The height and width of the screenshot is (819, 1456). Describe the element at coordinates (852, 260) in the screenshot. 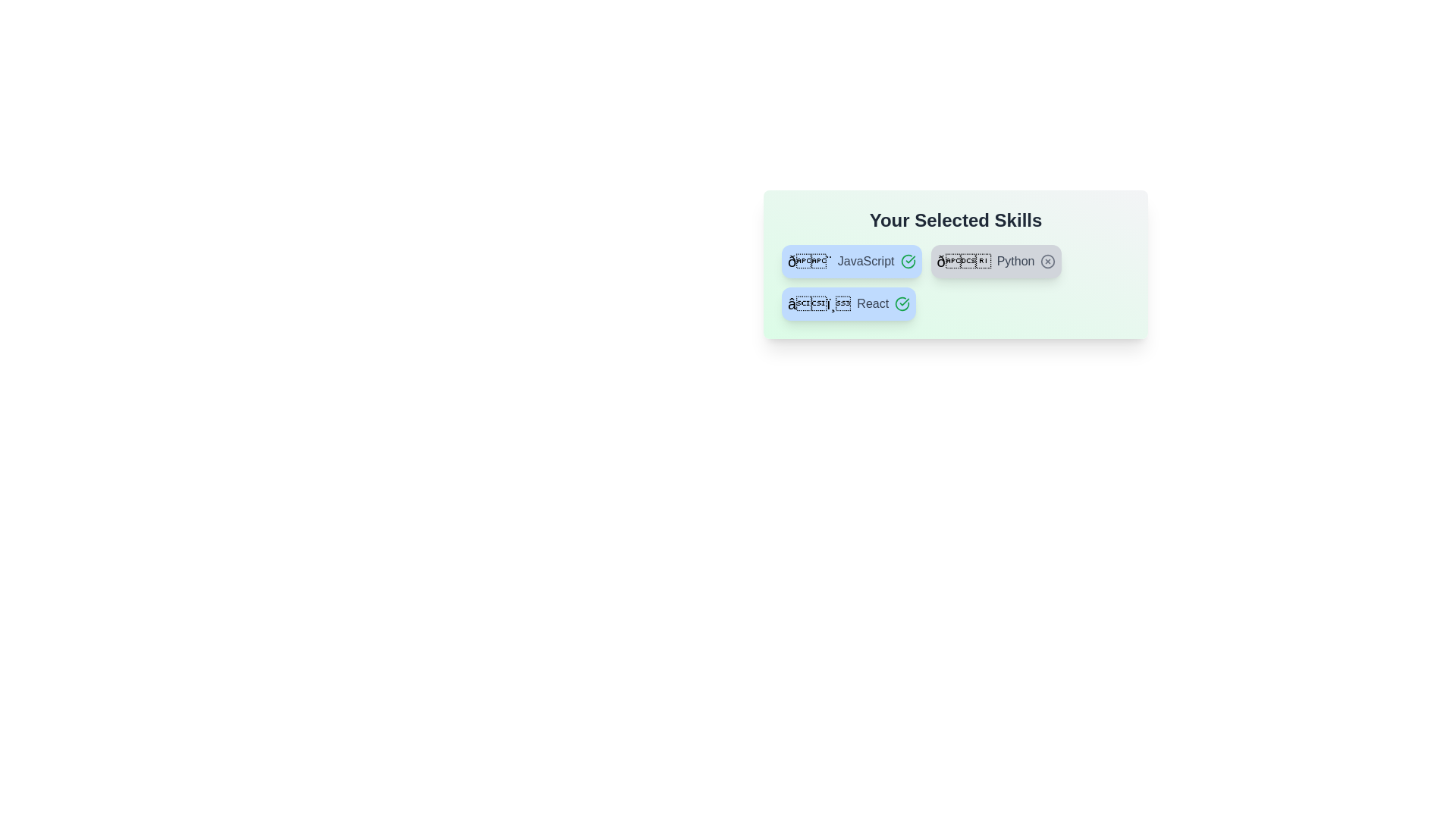

I see `the skill chip labeled 'JavaScript' to highlight its text` at that location.